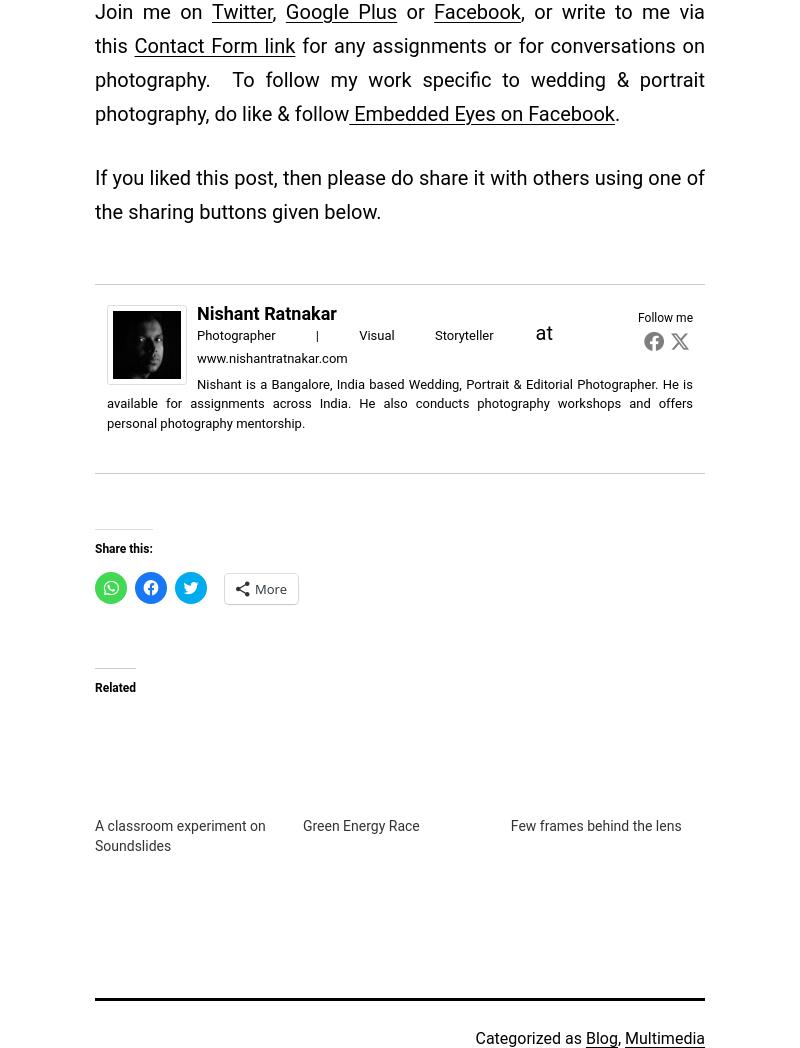 The image size is (800, 1048). I want to click on 'Nishant Ratnakar', so click(265, 312).